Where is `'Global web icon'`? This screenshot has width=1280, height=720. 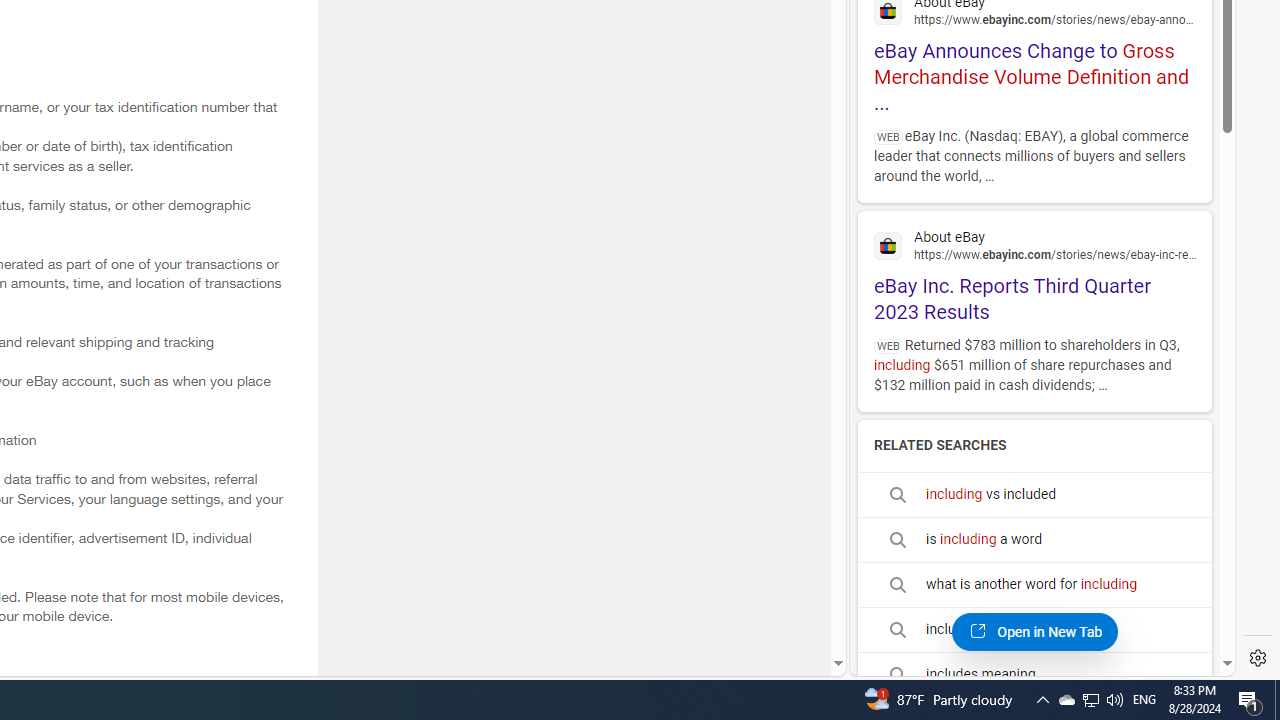 'Global web icon' is located at coordinates (887, 245).